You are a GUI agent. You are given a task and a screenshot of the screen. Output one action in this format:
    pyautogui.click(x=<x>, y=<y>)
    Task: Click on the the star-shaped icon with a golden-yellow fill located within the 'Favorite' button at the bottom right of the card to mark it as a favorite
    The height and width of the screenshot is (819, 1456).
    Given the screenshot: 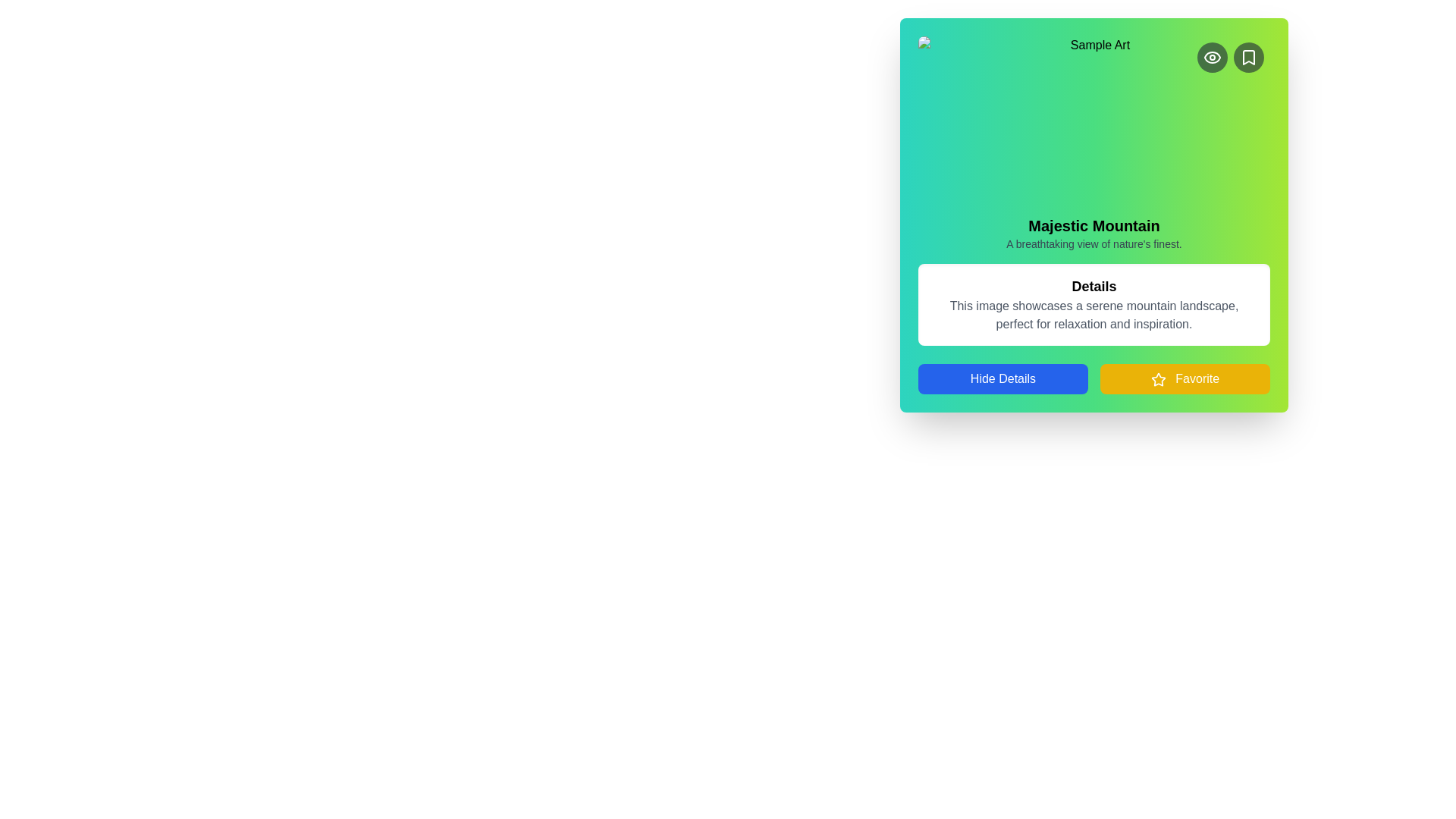 What is the action you would take?
    pyautogui.click(x=1157, y=378)
    